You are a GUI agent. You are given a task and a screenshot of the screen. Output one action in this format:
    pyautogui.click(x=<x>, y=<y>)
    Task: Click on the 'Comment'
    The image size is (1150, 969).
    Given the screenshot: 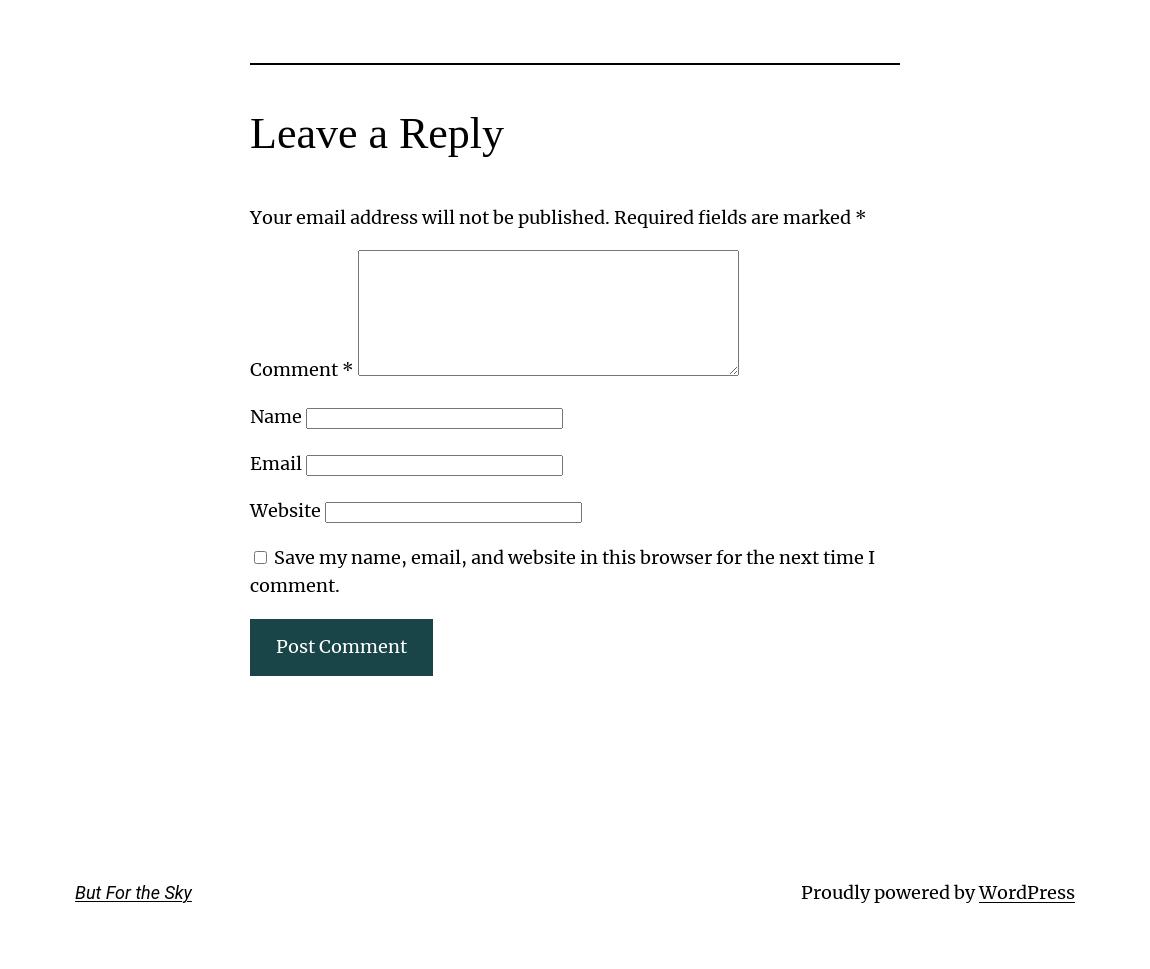 What is the action you would take?
    pyautogui.click(x=296, y=369)
    